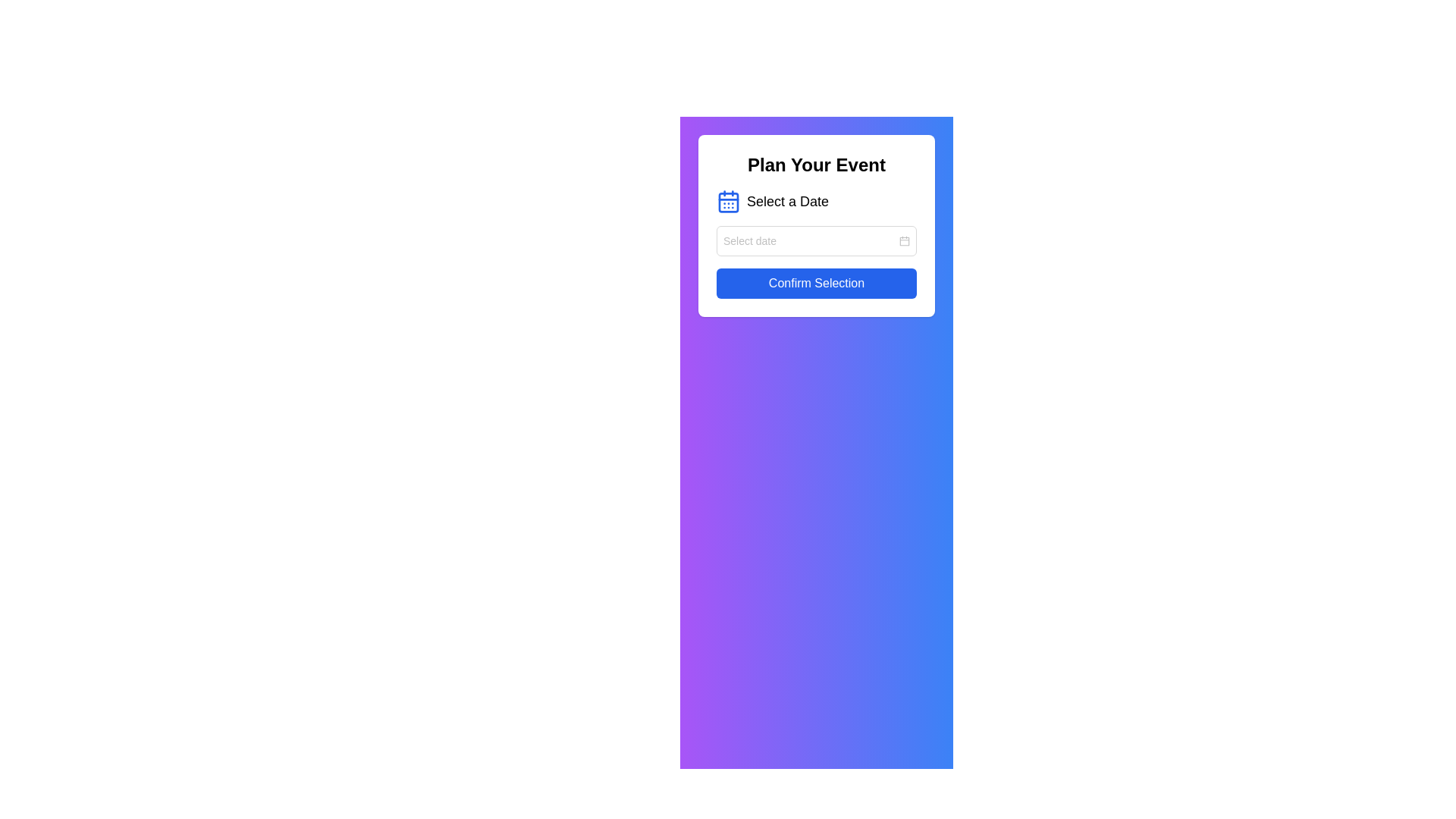  What do you see at coordinates (815, 201) in the screenshot?
I see `the label that includes a blue calendar icon and the text 'Select a Date', situated below the title 'Plan Your Event' and above the date input field` at bounding box center [815, 201].